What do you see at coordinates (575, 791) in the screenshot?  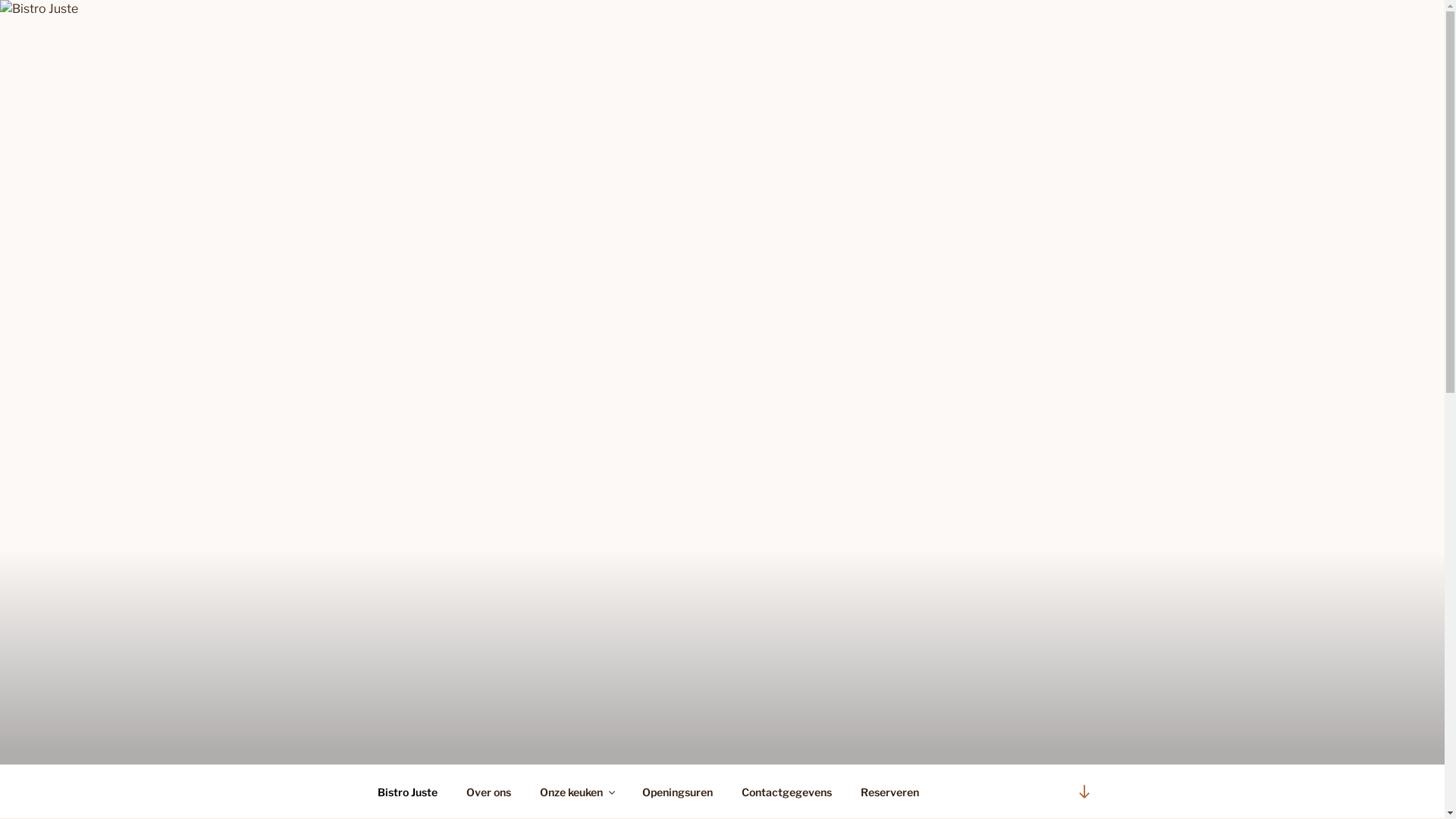 I see `'Onze keuken'` at bounding box center [575, 791].